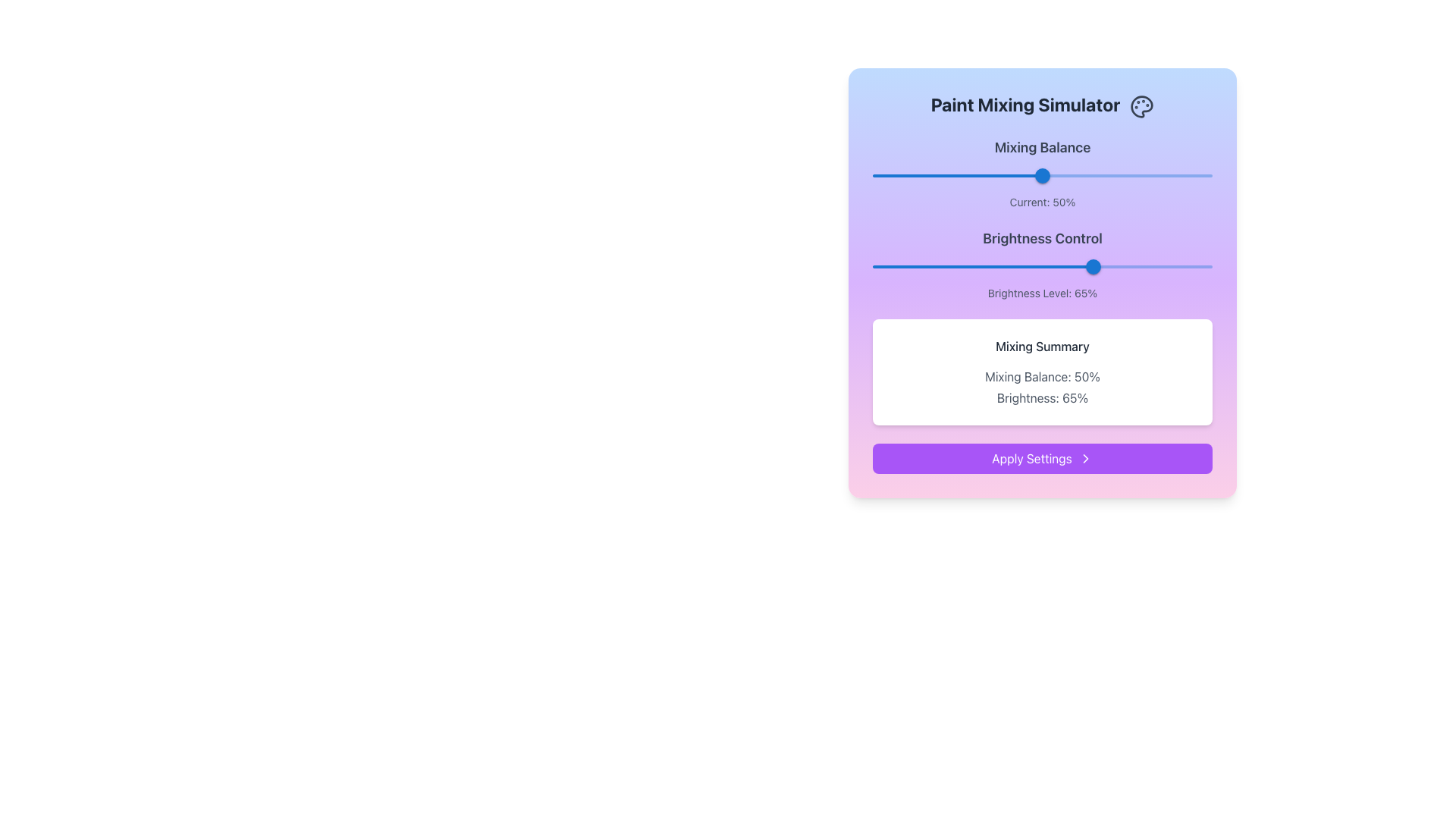 The width and height of the screenshot is (1456, 819). What do you see at coordinates (1018, 174) in the screenshot?
I see `Mixing Balance` at bounding box center [1018, 174].